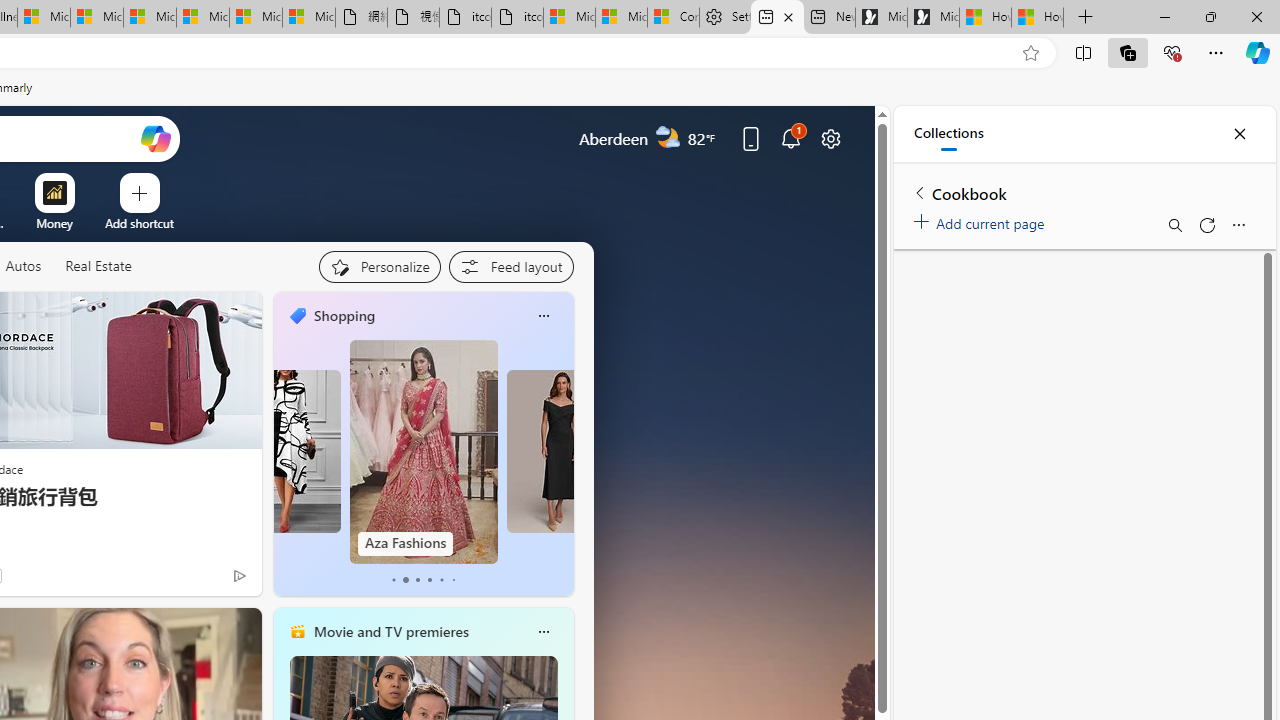 The height and width of the screenshot is (720, 1280). Describe the element at coordinates (668, 136) in the screenshot. I see `'Partly cloudy'` at that location.